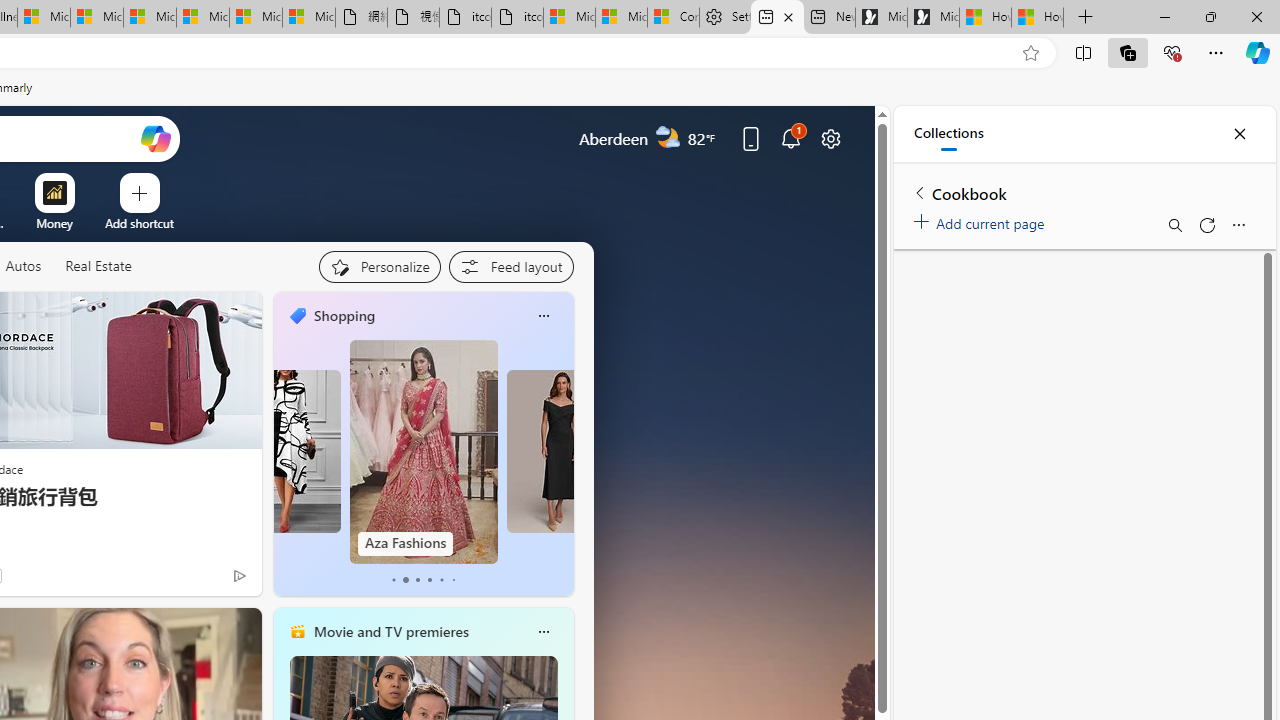 The height and width of the screenshot is (720, 1280). Describe the element at coordinates (668, 136) in the screenshot. I see `'Partly cloudy'` at that location.